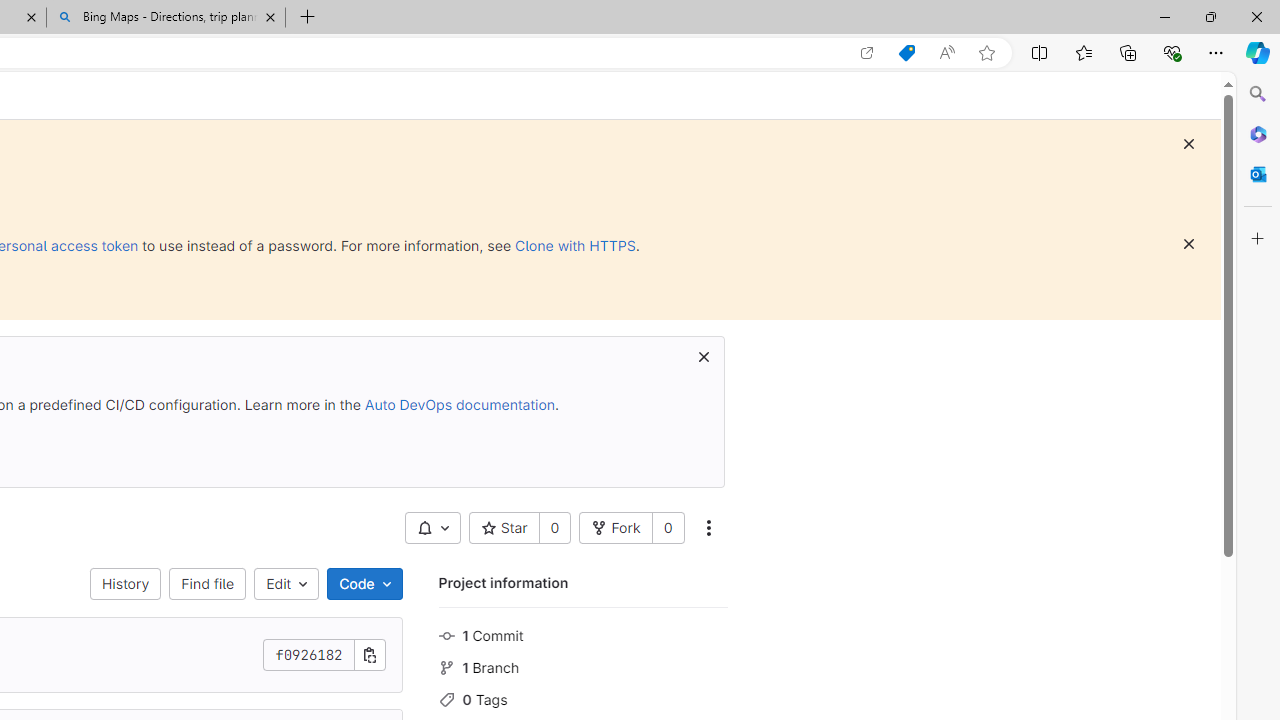 The image size is (1280, 720). Describe the element at coordinates (703, 355) in the screenshot. I see `'Dismiss Auto DevOps box'` at that location.